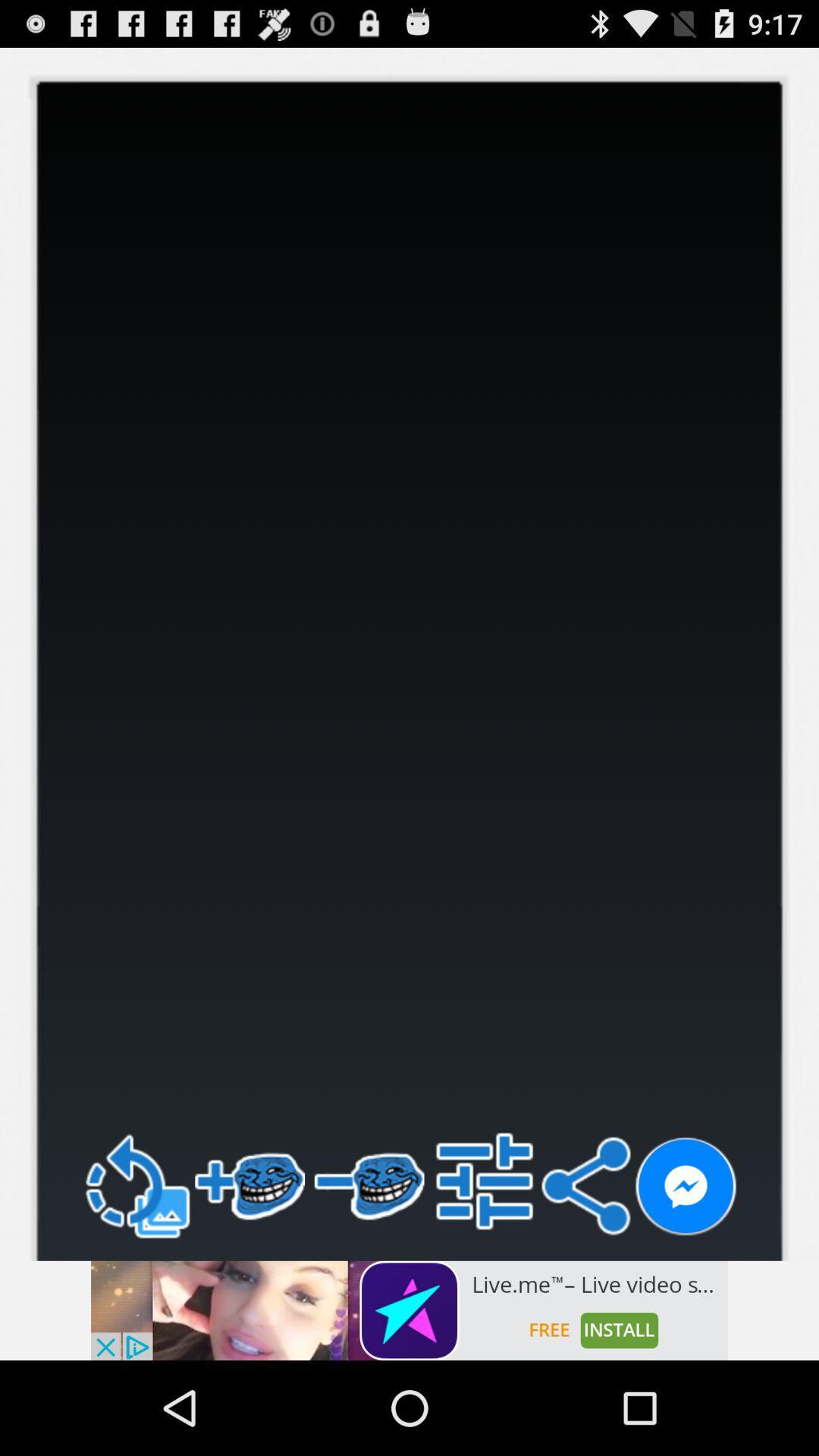 The image size is (819, 1456). What do you see at coordinates (485, 1264) in the screenshot?
I see `the sliders icon` at bounding box center [485, 1264].